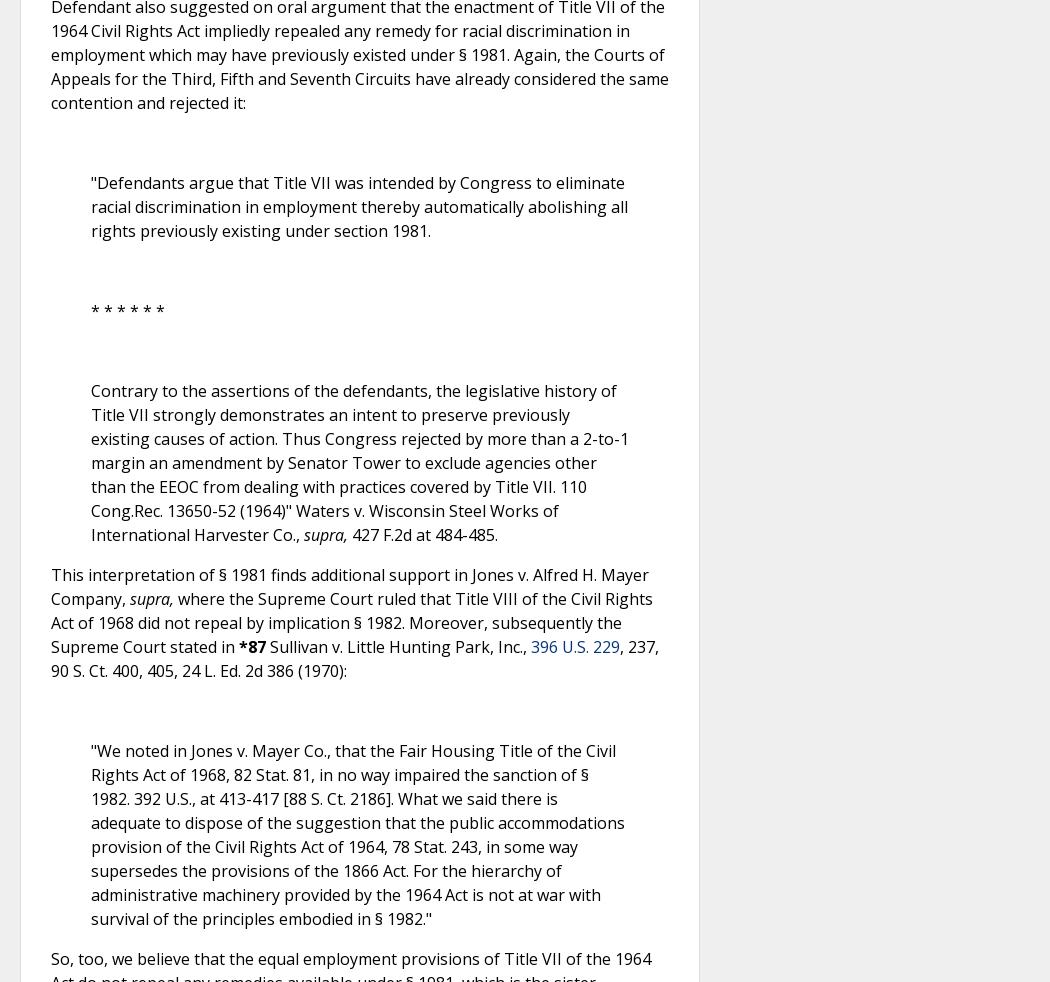  I want to click on '*87', so click(238, 646).